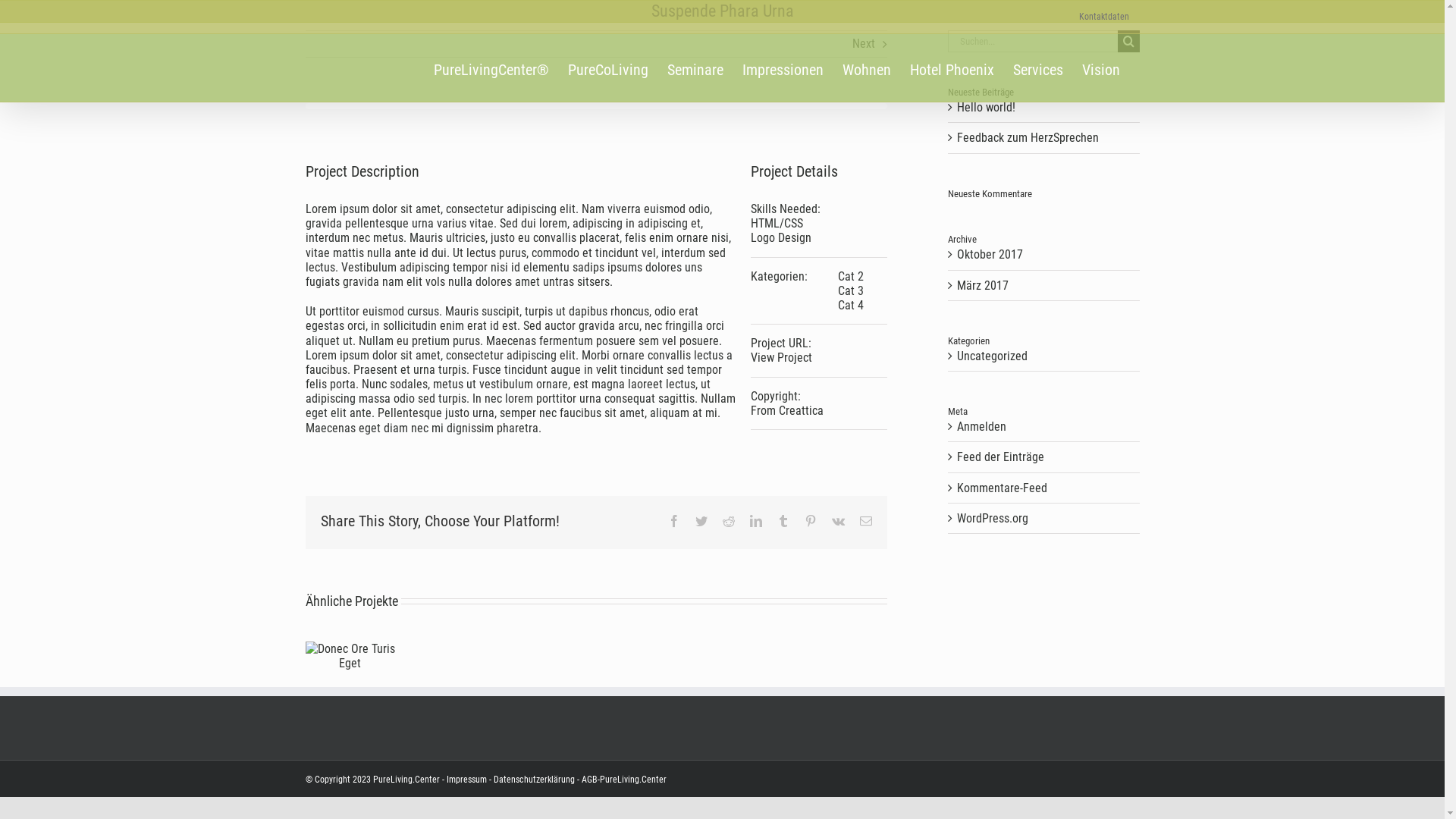 The height and width of the screenshot is (819, 1456). I want to click on 'Cat 3', so click(836, 290).